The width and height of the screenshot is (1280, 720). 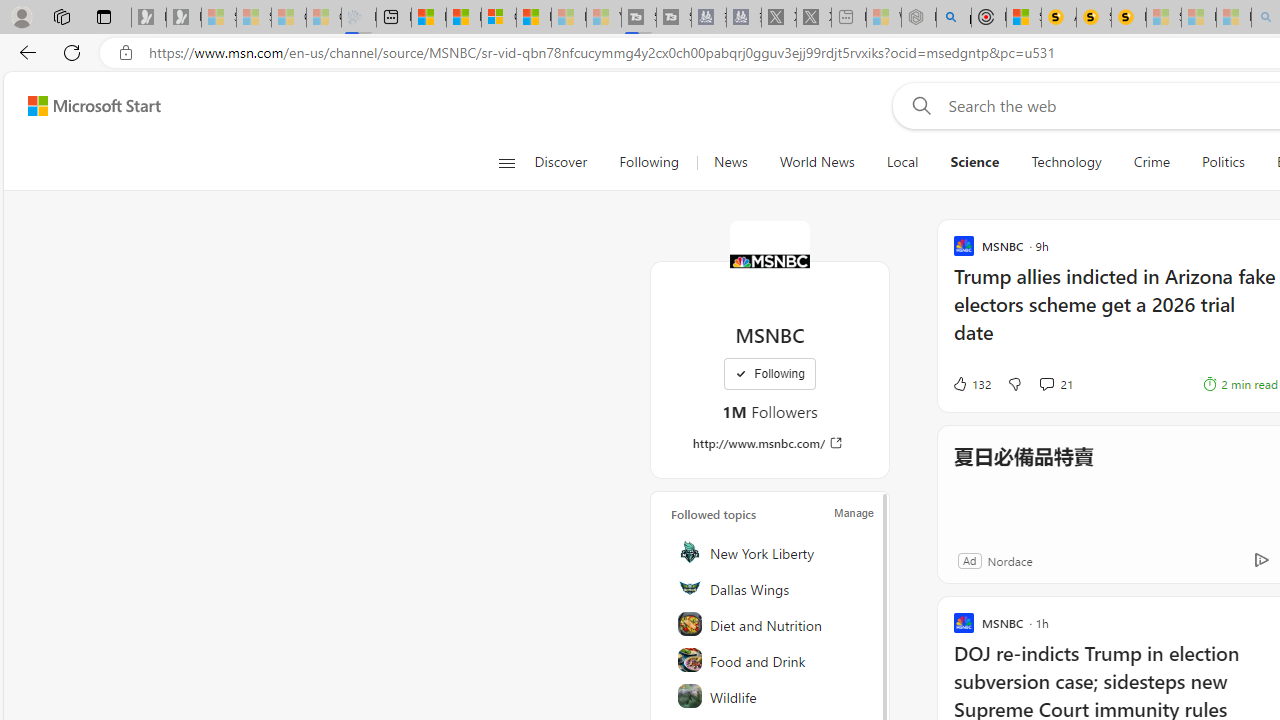 What do you see at coordinates (86, 105) in the screenshot?
I see `'Skip to content'` at bounding box center [86, 105].